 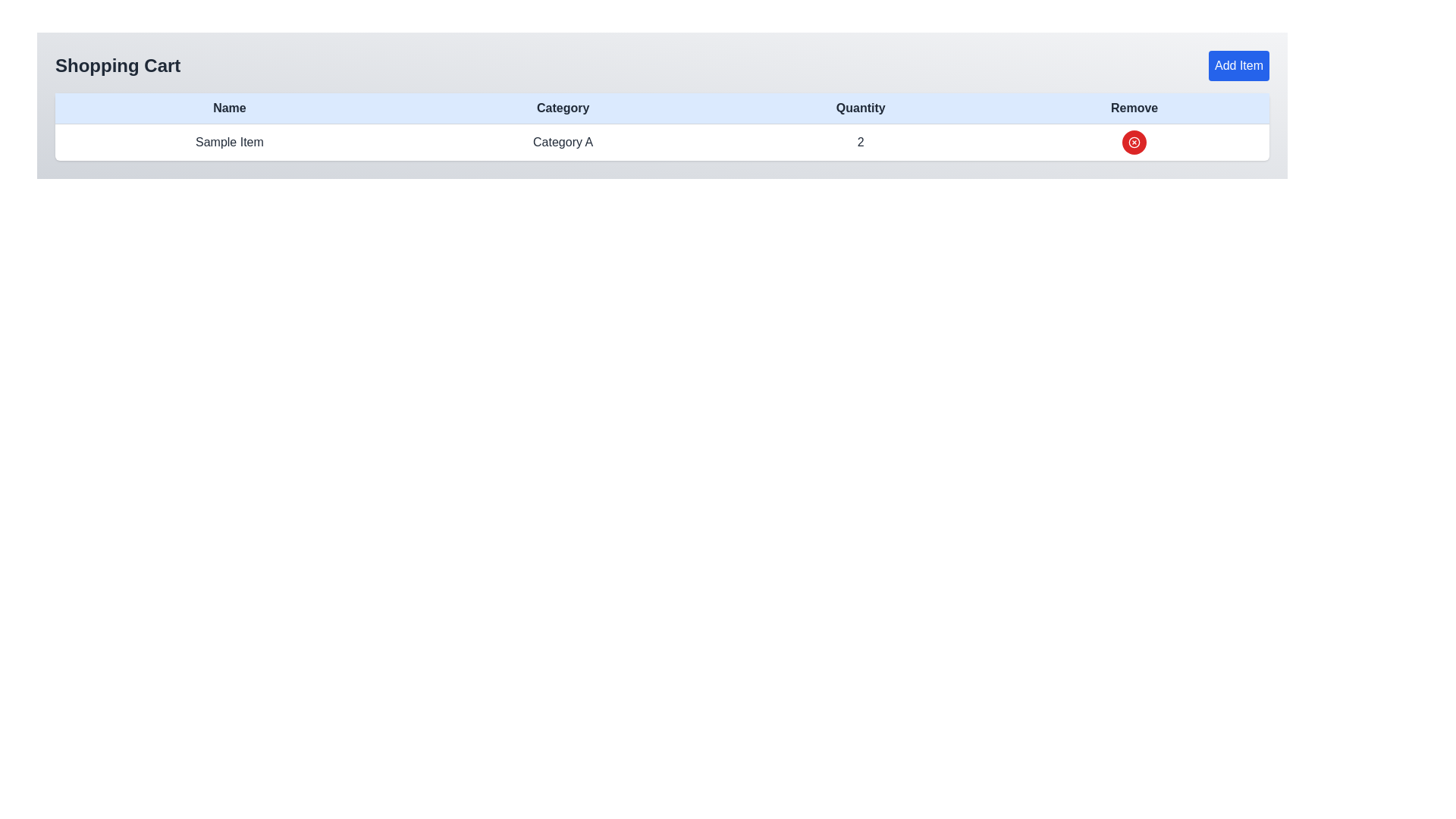 What do you see at coordinates (1134, 143) in the screenshot?
I see `the red circular 'Remove' button located in the shopping cart interface, positioned in the 'Remove' column adjacent to the quantity value '2'` at bounding box center [1134, 143].